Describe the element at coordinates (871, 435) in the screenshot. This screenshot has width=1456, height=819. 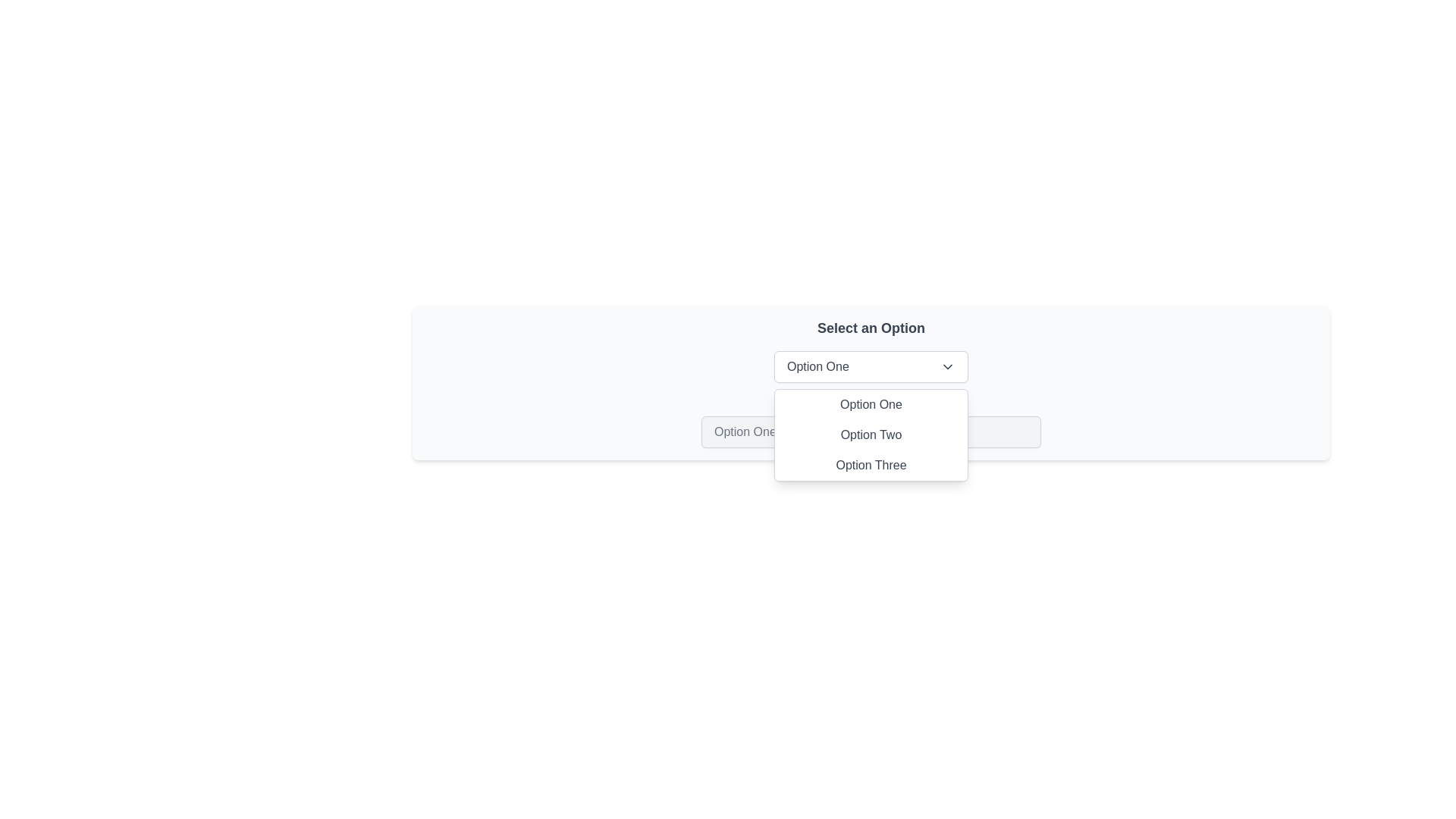
I see `the second option in the dropdown menu` at that location.